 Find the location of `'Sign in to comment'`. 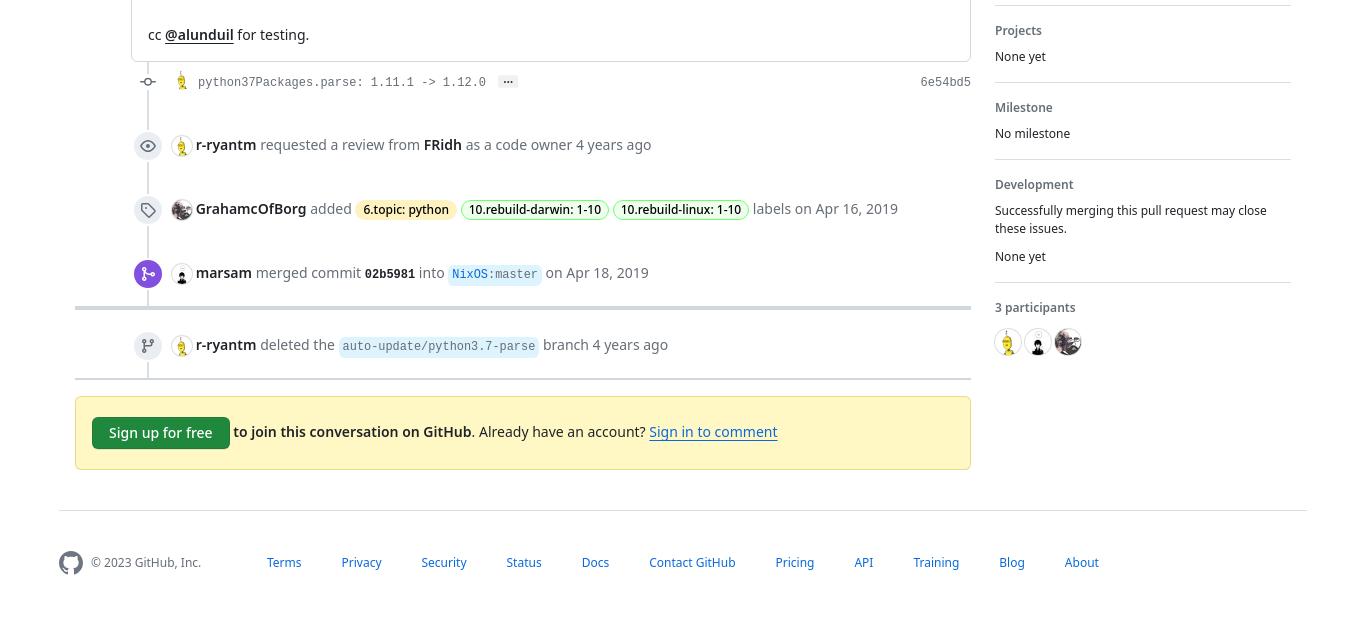

'Sign in to comment' is located at coordinates (713, 430).